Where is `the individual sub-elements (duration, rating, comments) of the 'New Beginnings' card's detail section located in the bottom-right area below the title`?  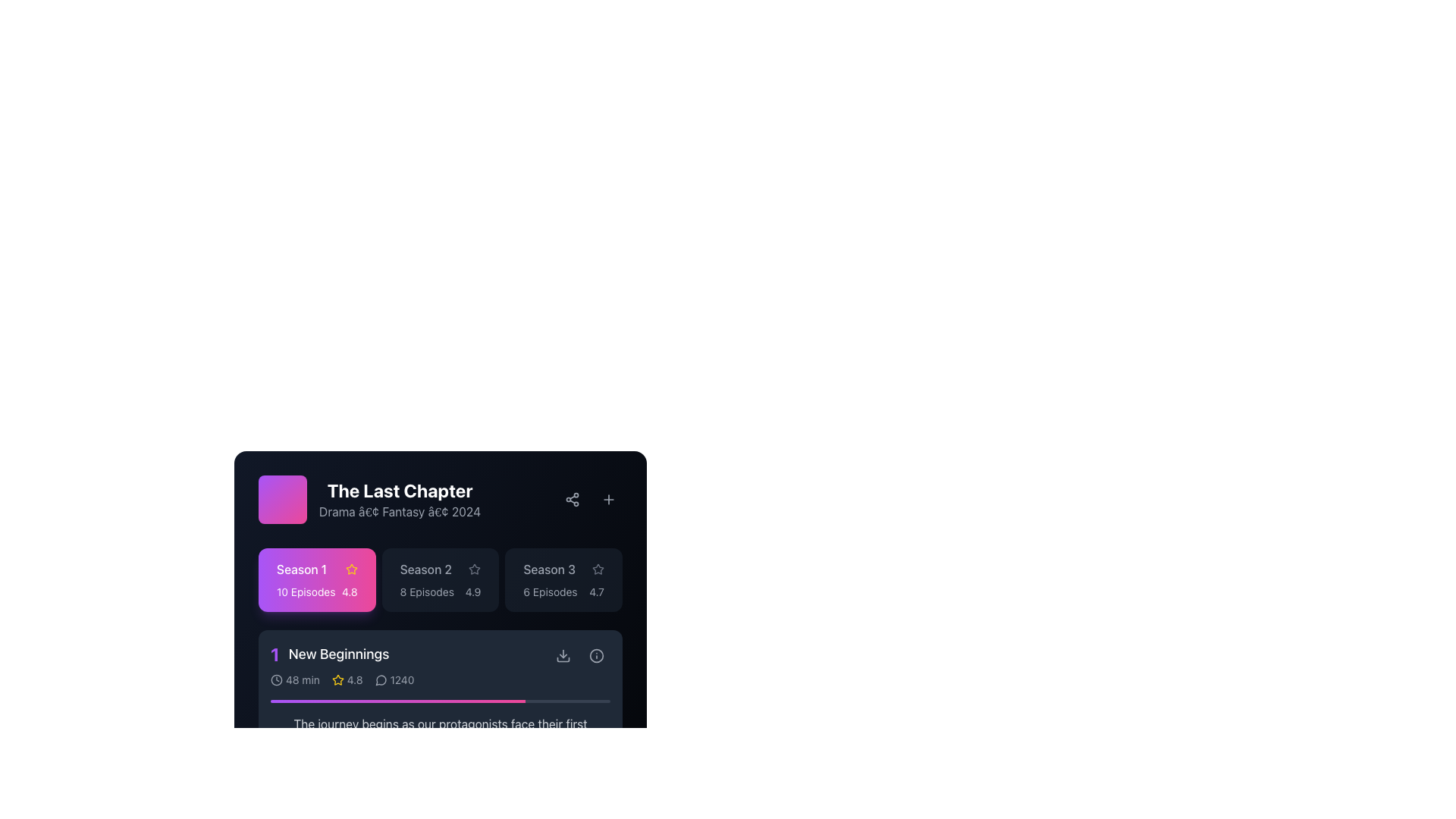
the individual sub-elements (duration, rating, comments) of the 'New Beginnings' card's detail section located in the bottom-right area below the title is located at coordinates (410, 679).